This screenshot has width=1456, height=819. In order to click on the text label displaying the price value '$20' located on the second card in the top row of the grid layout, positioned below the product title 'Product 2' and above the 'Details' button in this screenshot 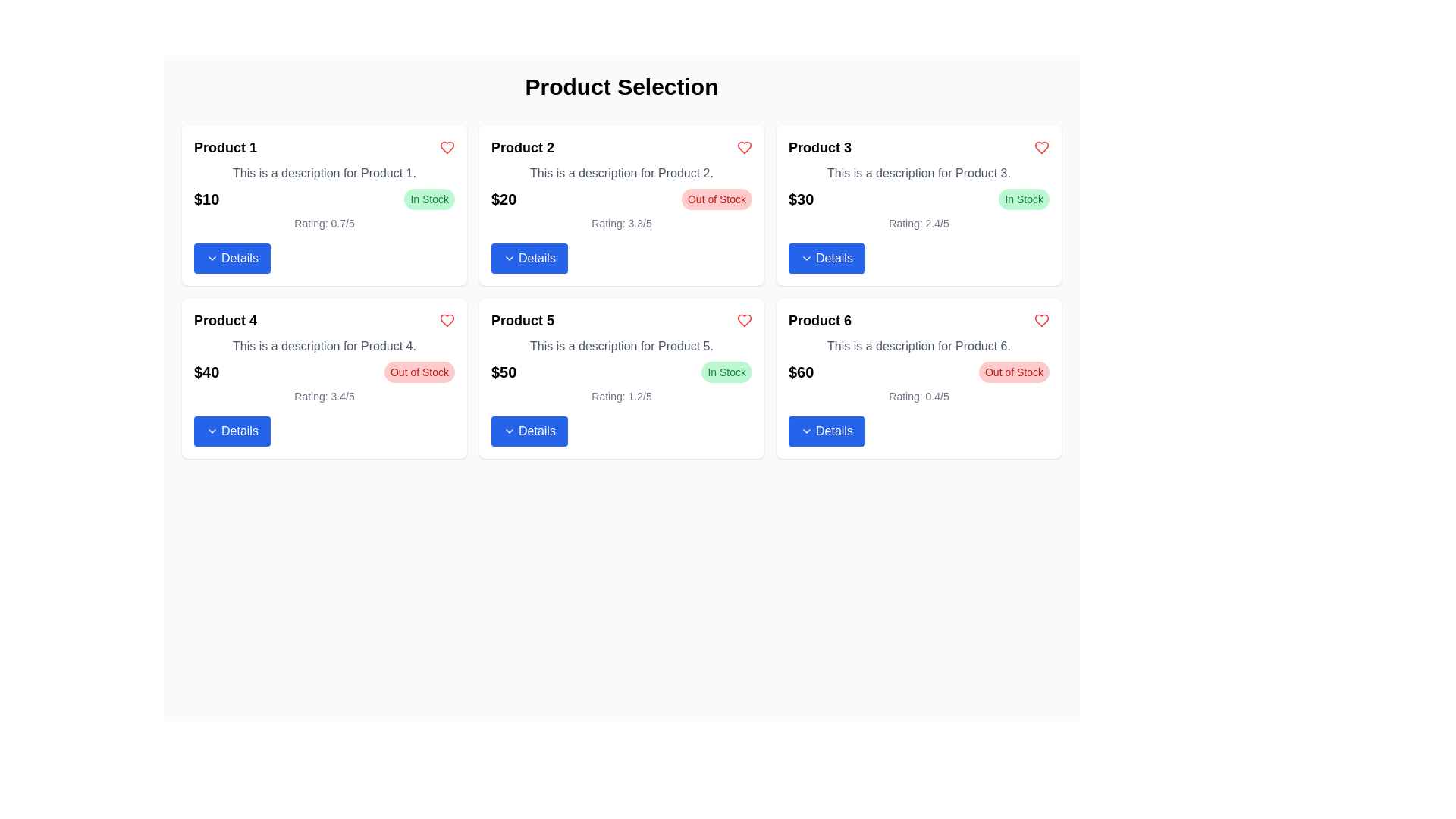, I will do `click(504, 198)`.